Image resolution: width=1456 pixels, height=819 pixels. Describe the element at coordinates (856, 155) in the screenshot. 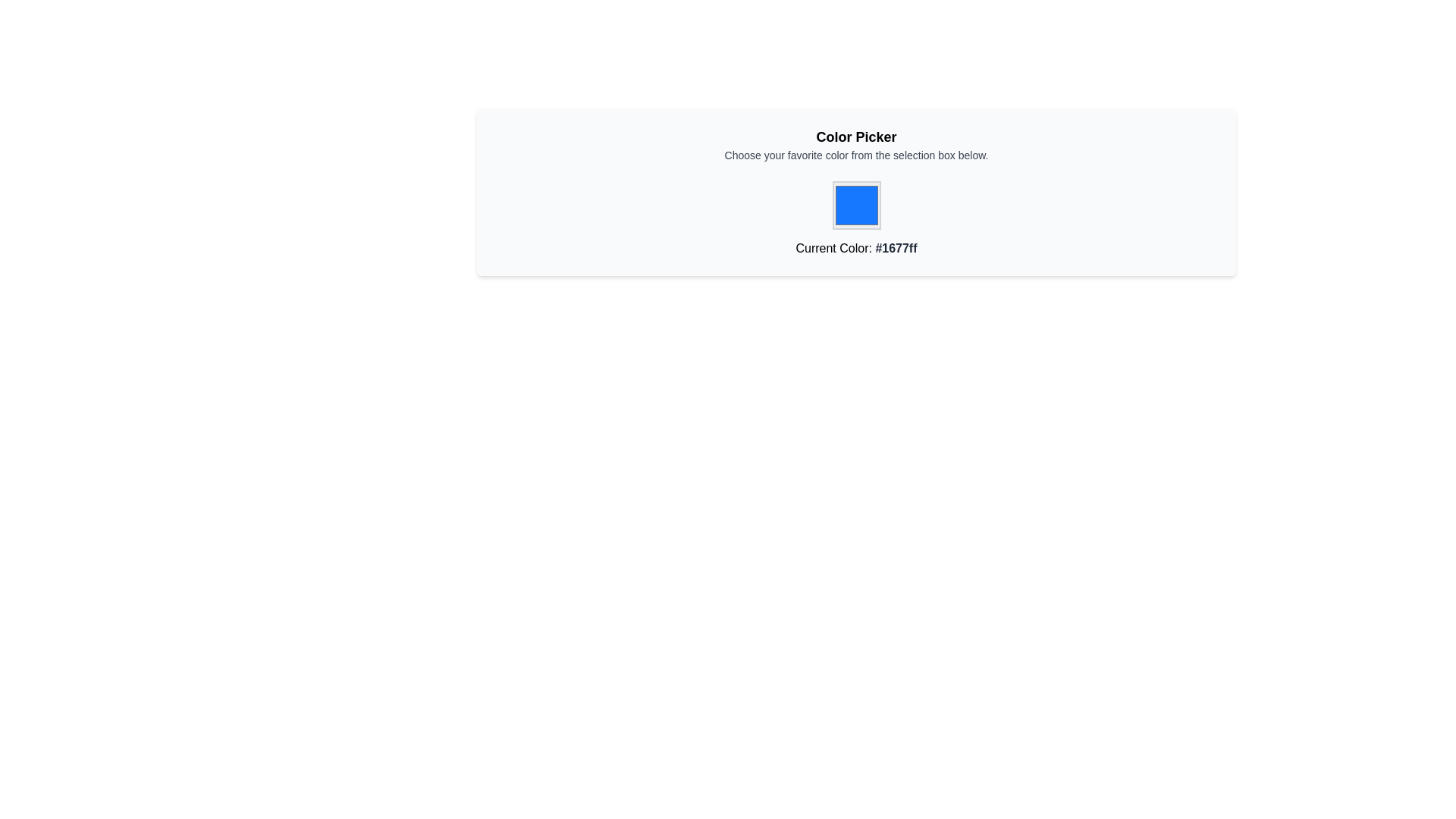

I see `the text element that instructs users to 'Choose your favorite color from the selection box below.' This text is styled in gray and is located beneath the 'Color Picker' header` at that location.